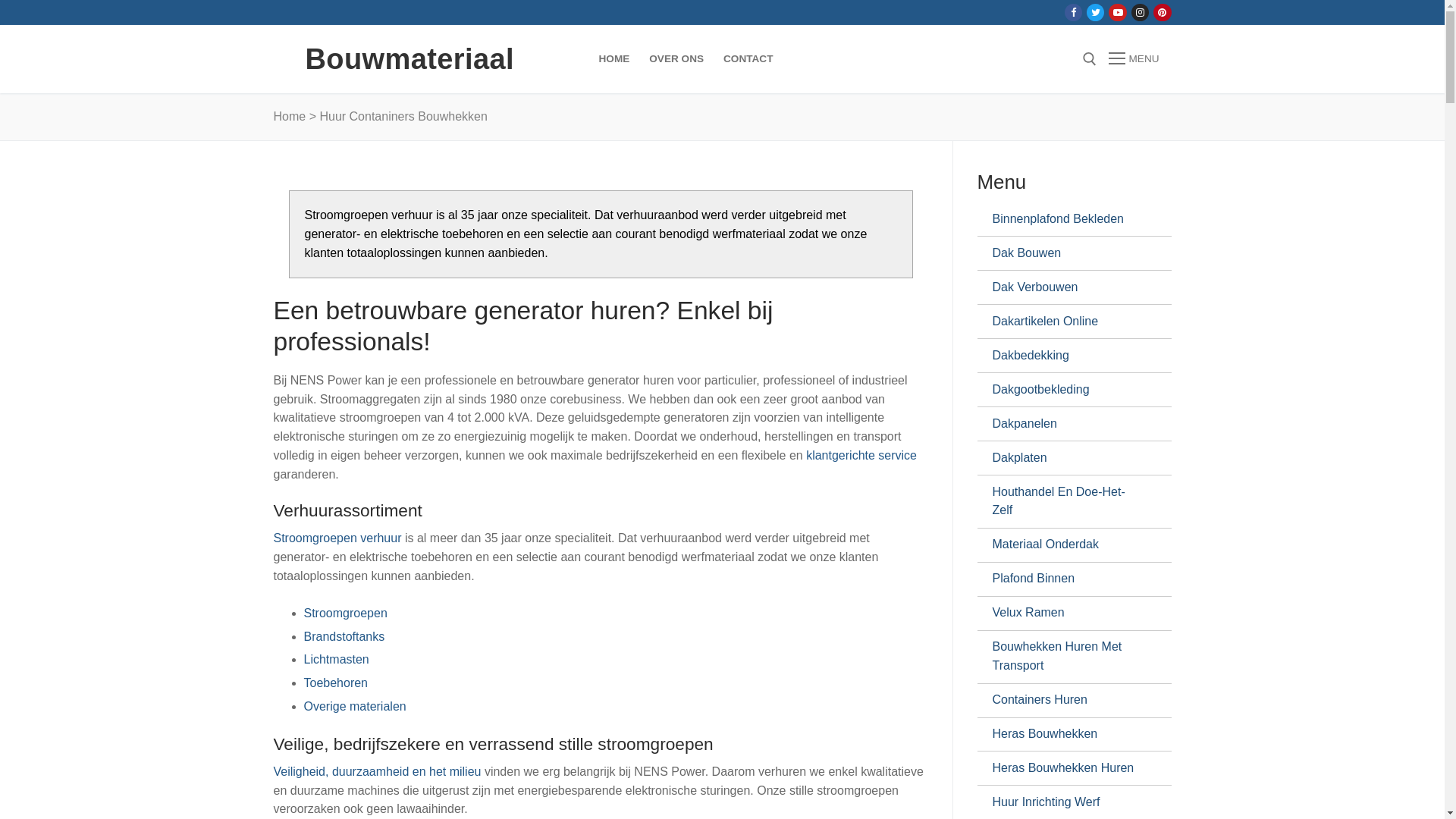 This screenshot has width=1456, height=819. I want to click on 'Materiaal Onderdak', so click(1066, 544).